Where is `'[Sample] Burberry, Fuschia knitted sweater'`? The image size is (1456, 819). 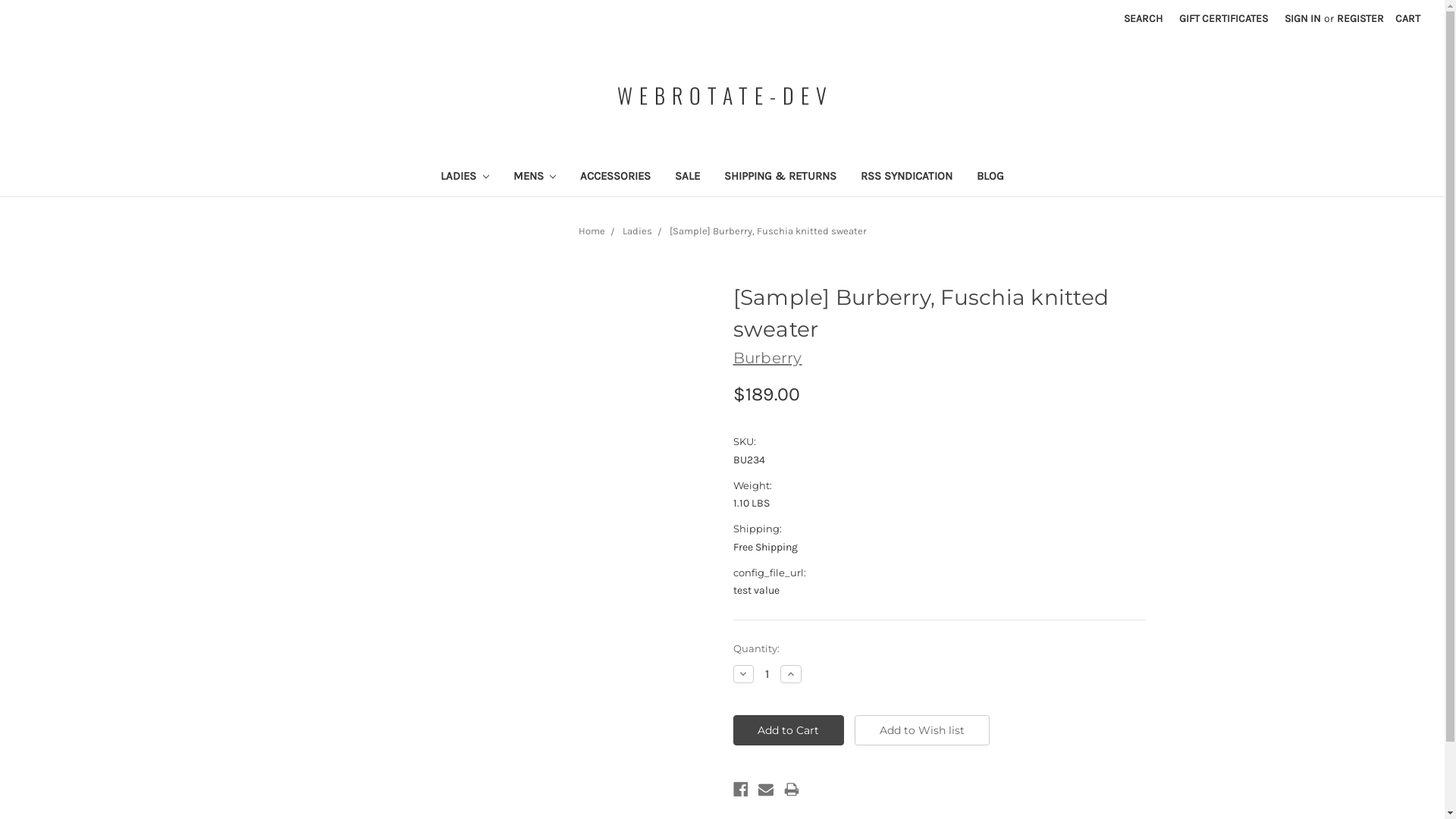
'[Sample] Burberry, Fuschia knitted sweater' is located at coordinates (668, 231).